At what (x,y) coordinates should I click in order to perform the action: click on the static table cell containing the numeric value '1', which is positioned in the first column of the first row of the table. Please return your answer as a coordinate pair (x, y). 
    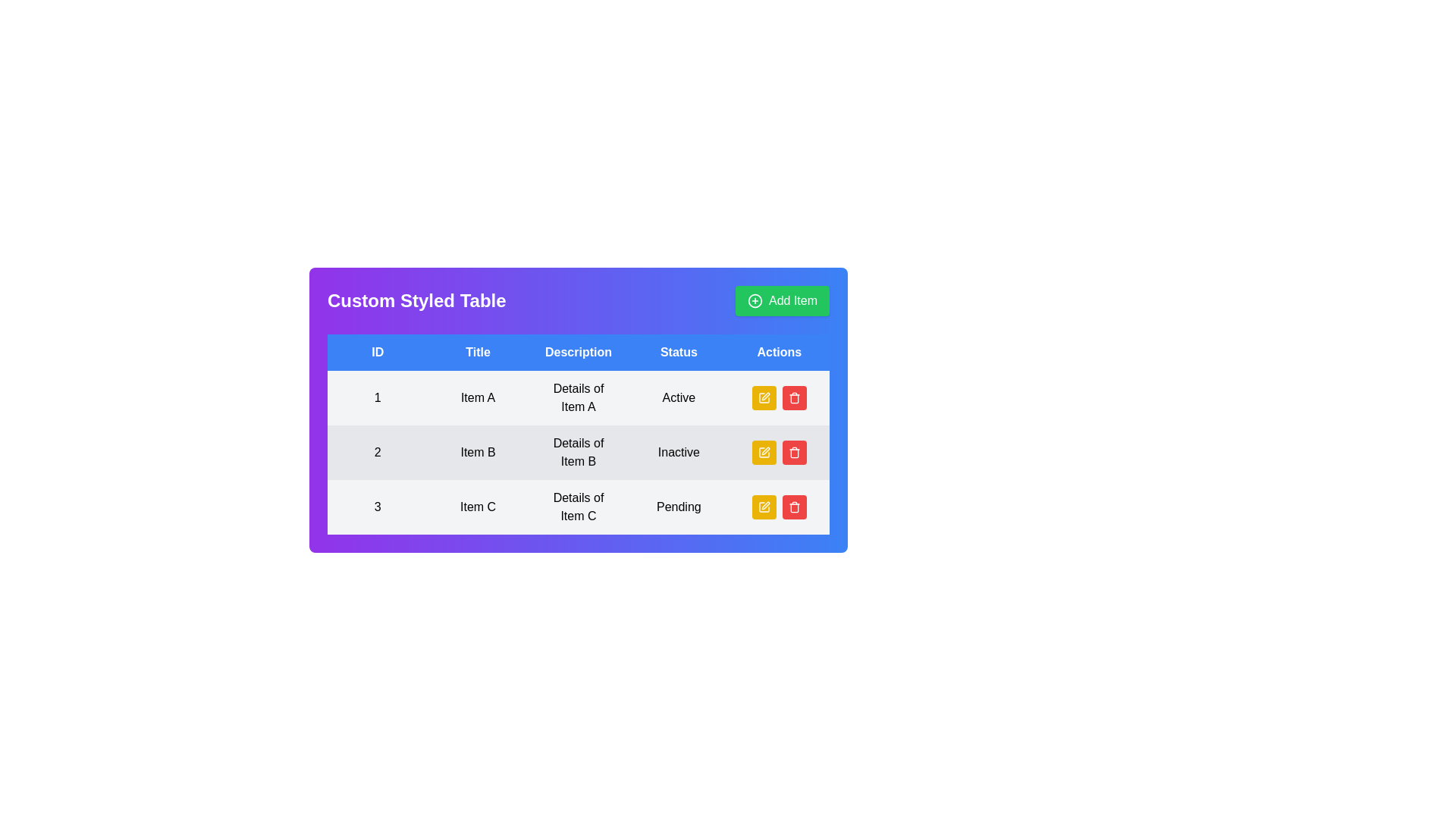
    Looking at the image, I should click on (378, 397).